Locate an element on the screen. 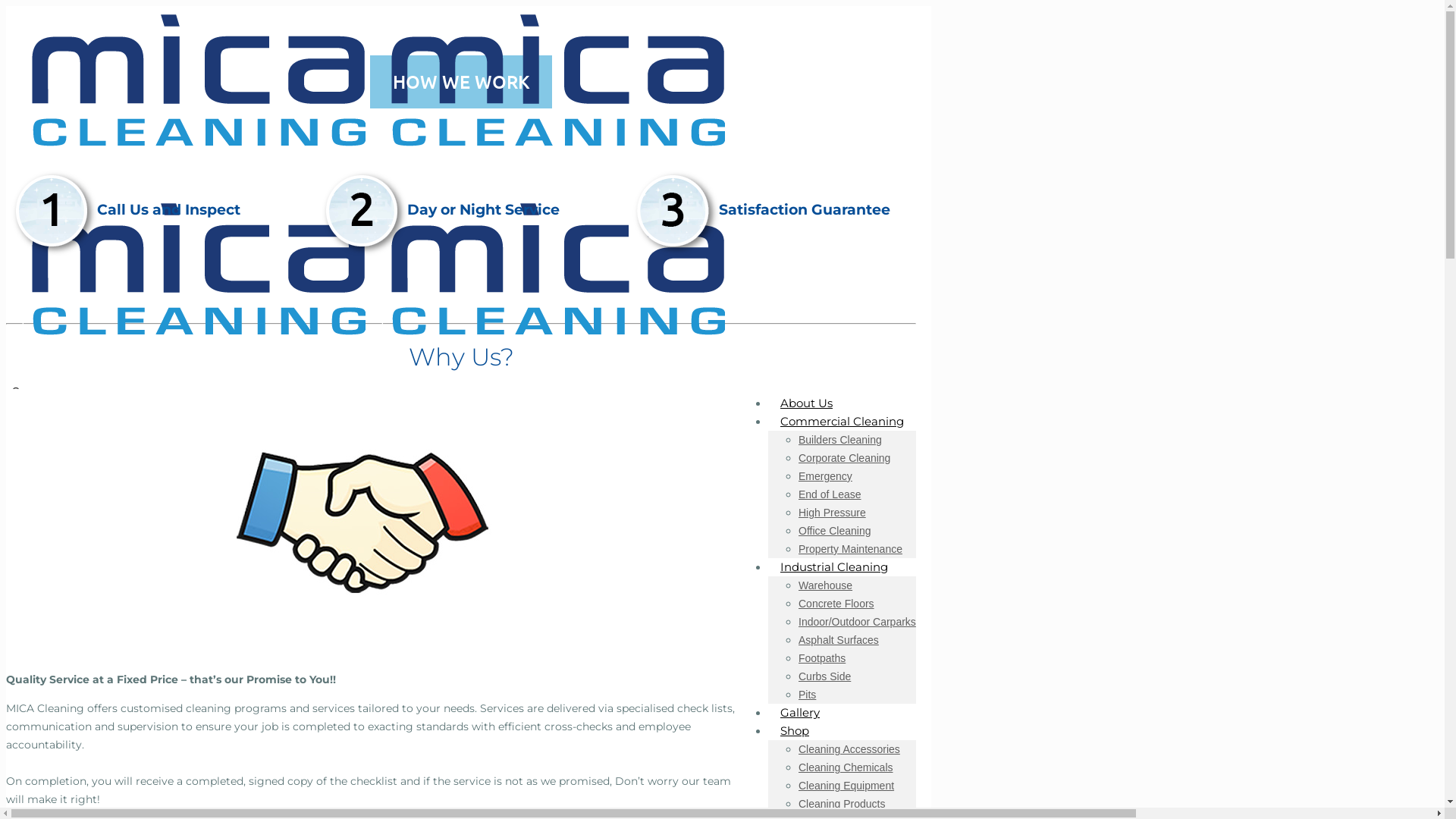 The image size is (1456, 819). 'Cleaning Equipment' is located at coordinates (846, 785).